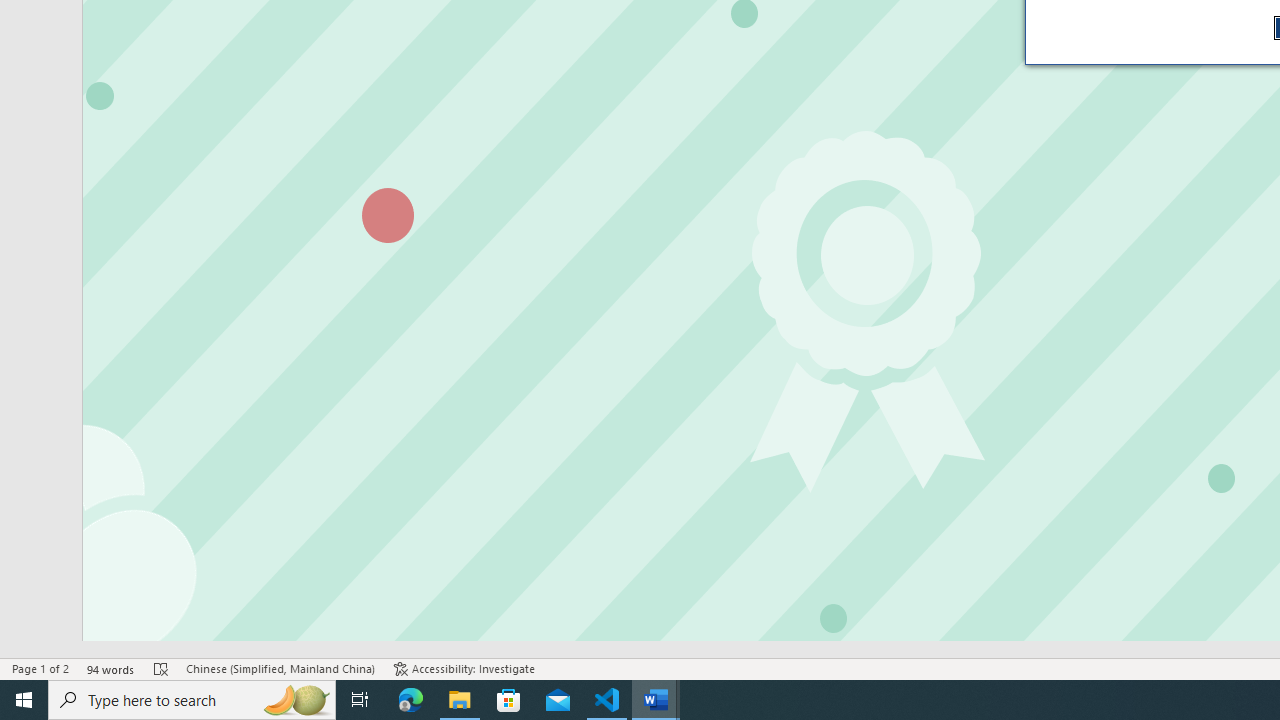  I want to click on 'Microsoft Edge', so click(410, 698).